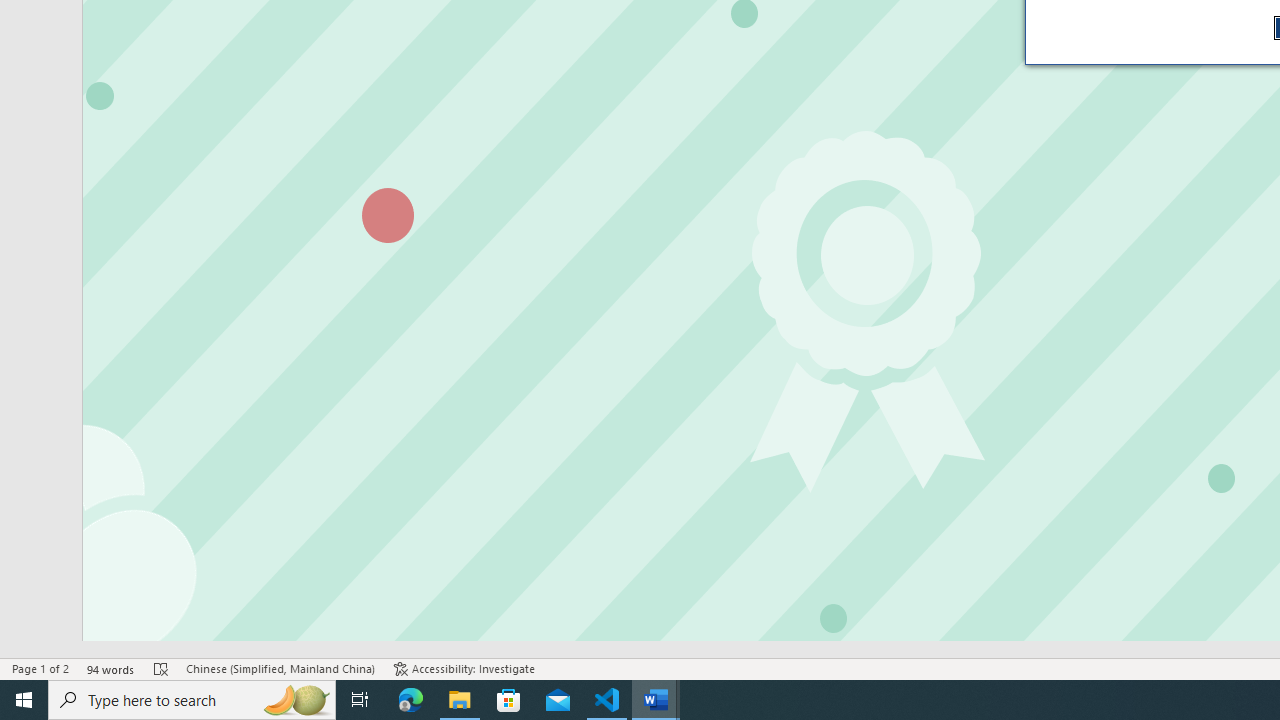  I want to click on 'Microsoft Edge', so click(410, 698).